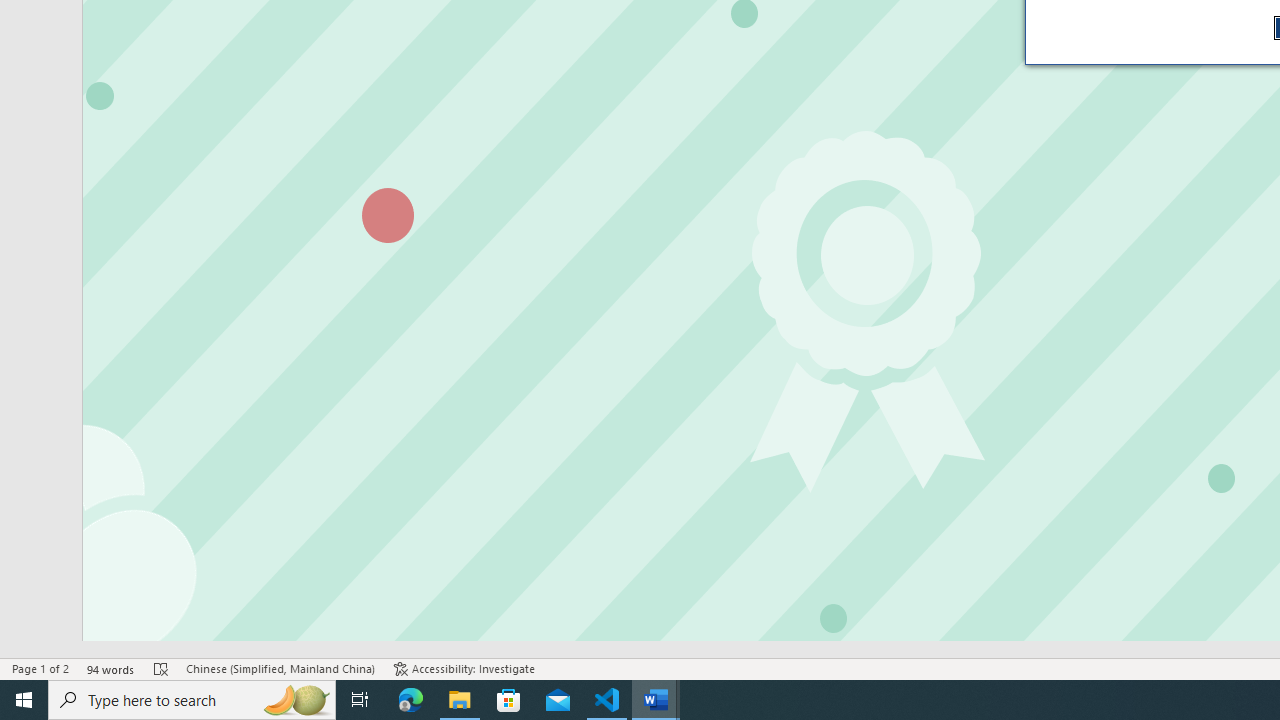  I want to click on 'Microsoft Edge', so click(410, 698).